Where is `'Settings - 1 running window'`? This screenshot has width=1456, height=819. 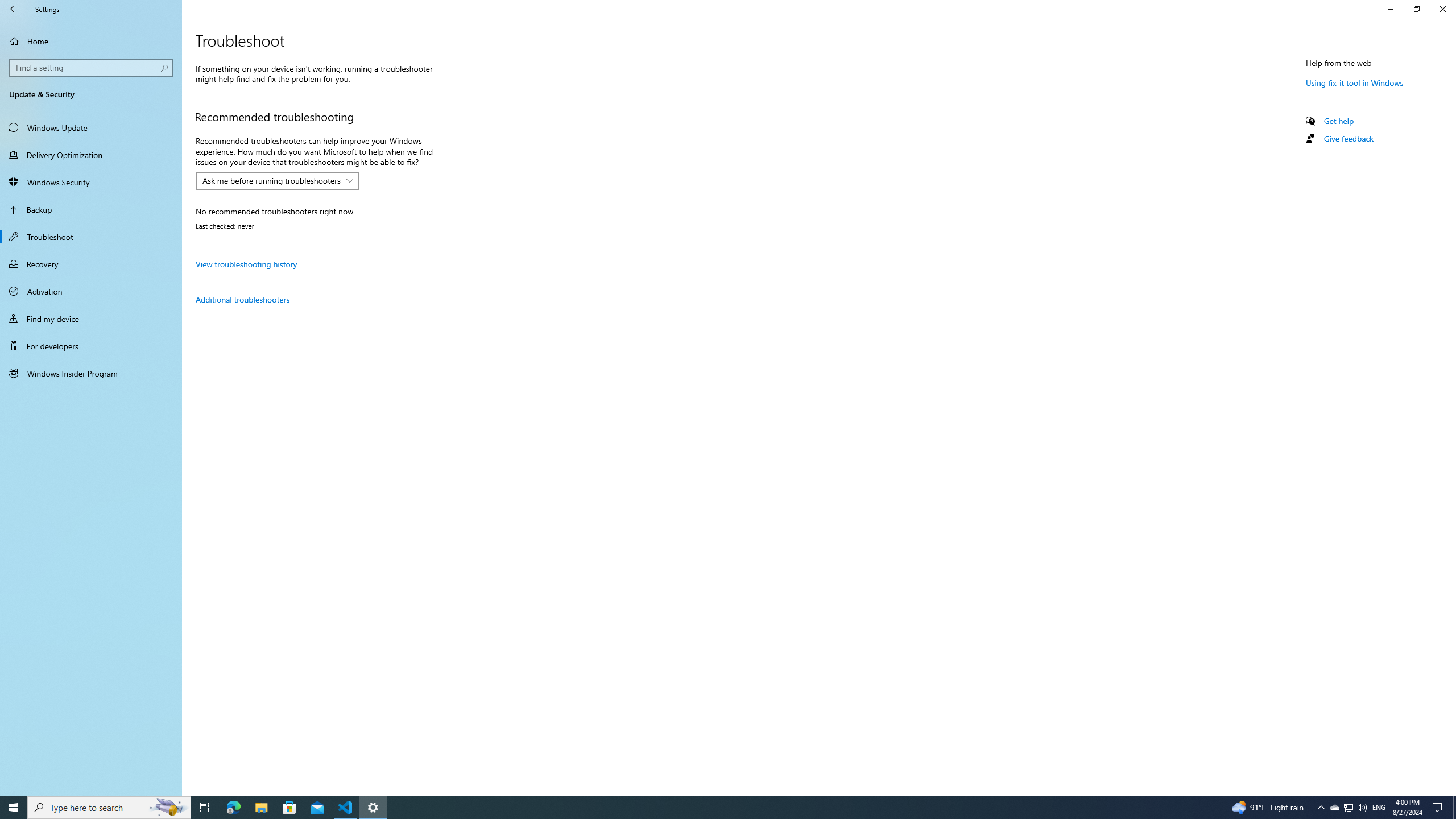
'Settings - 1 running window' is located at coordinates (373, 806).